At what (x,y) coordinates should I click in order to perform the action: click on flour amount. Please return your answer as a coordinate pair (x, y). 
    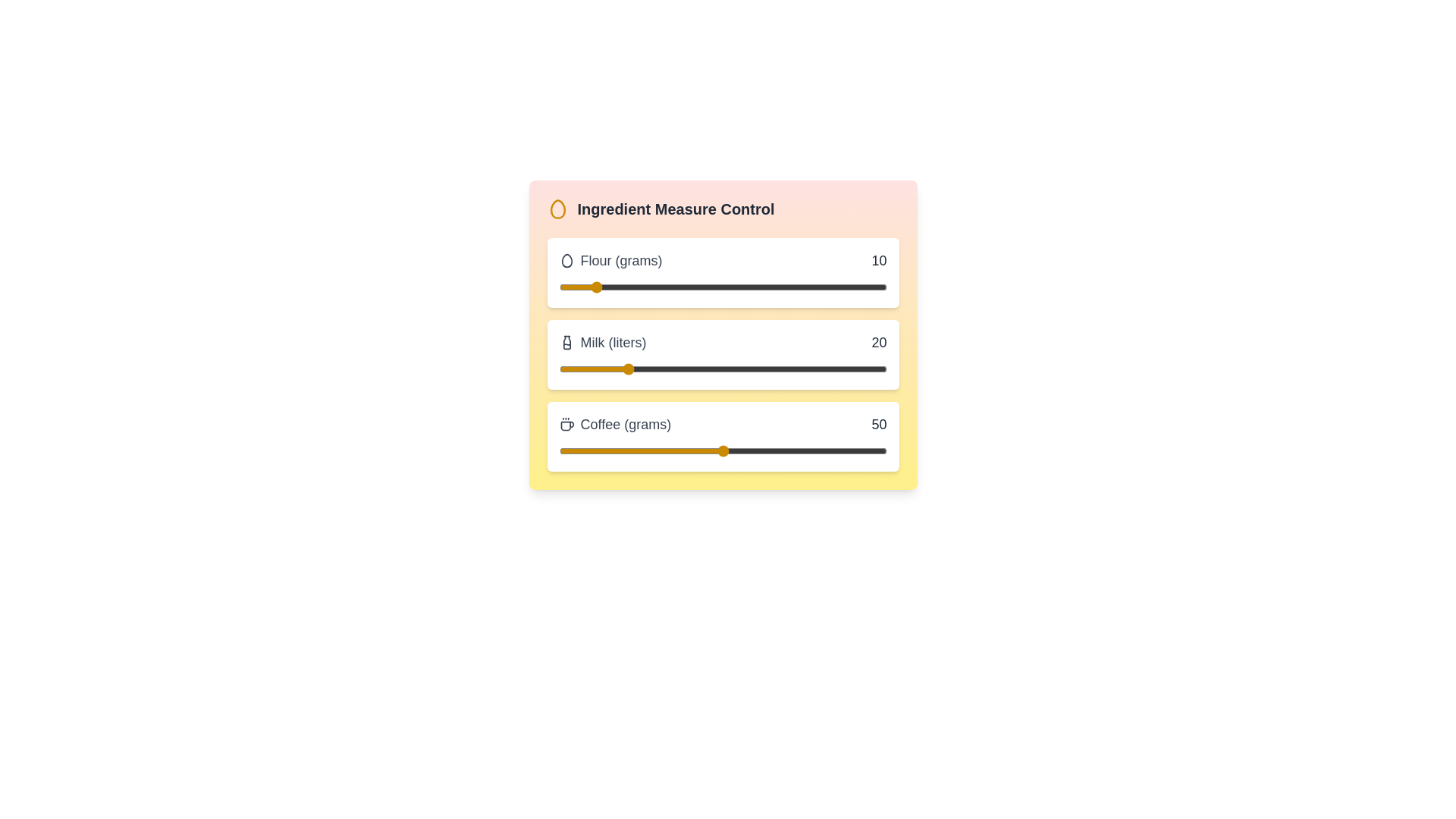
    Looking at the image, I should click on (699, 287).